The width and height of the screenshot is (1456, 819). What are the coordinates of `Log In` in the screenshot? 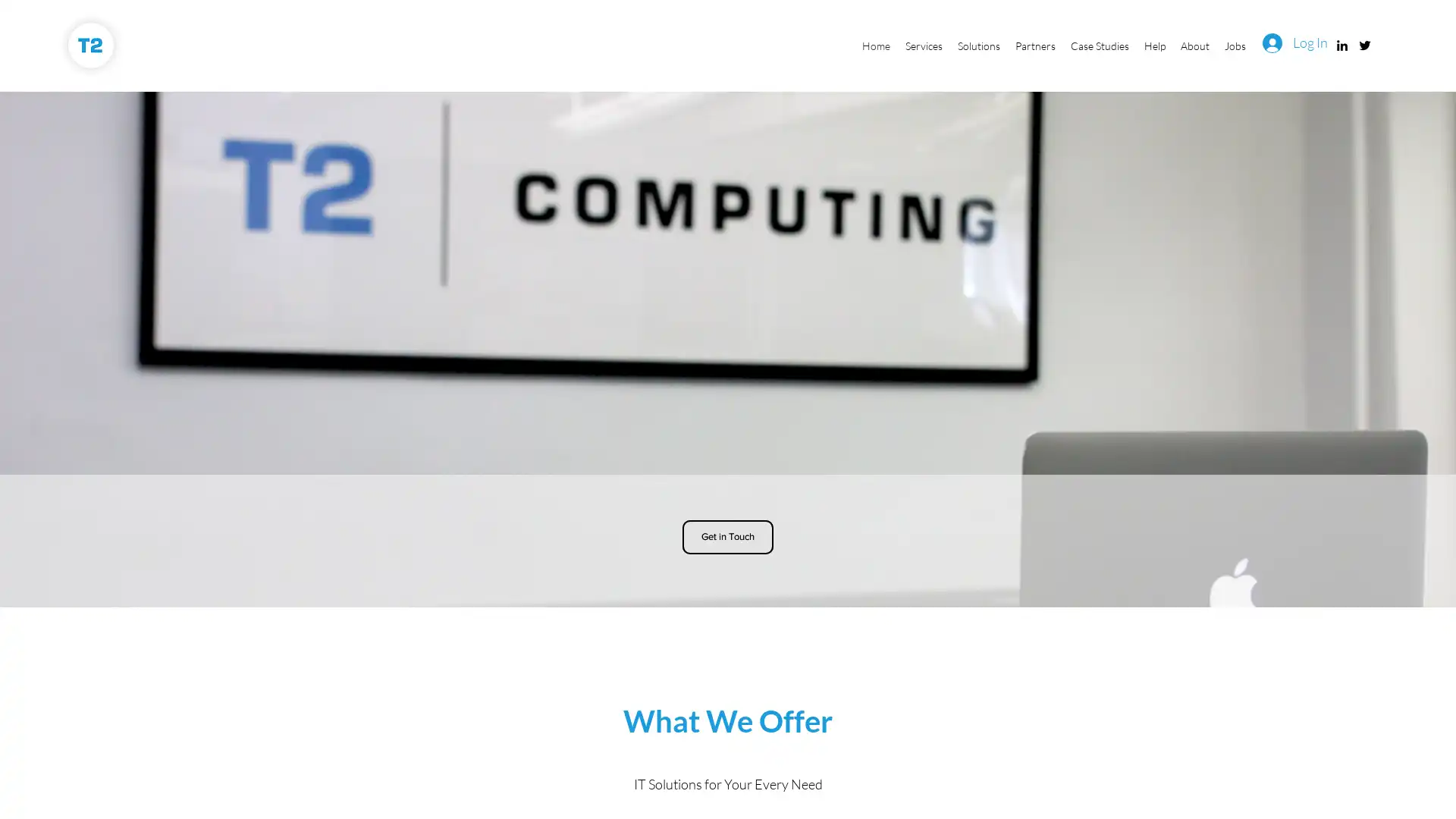 It's located at (1294, 42).